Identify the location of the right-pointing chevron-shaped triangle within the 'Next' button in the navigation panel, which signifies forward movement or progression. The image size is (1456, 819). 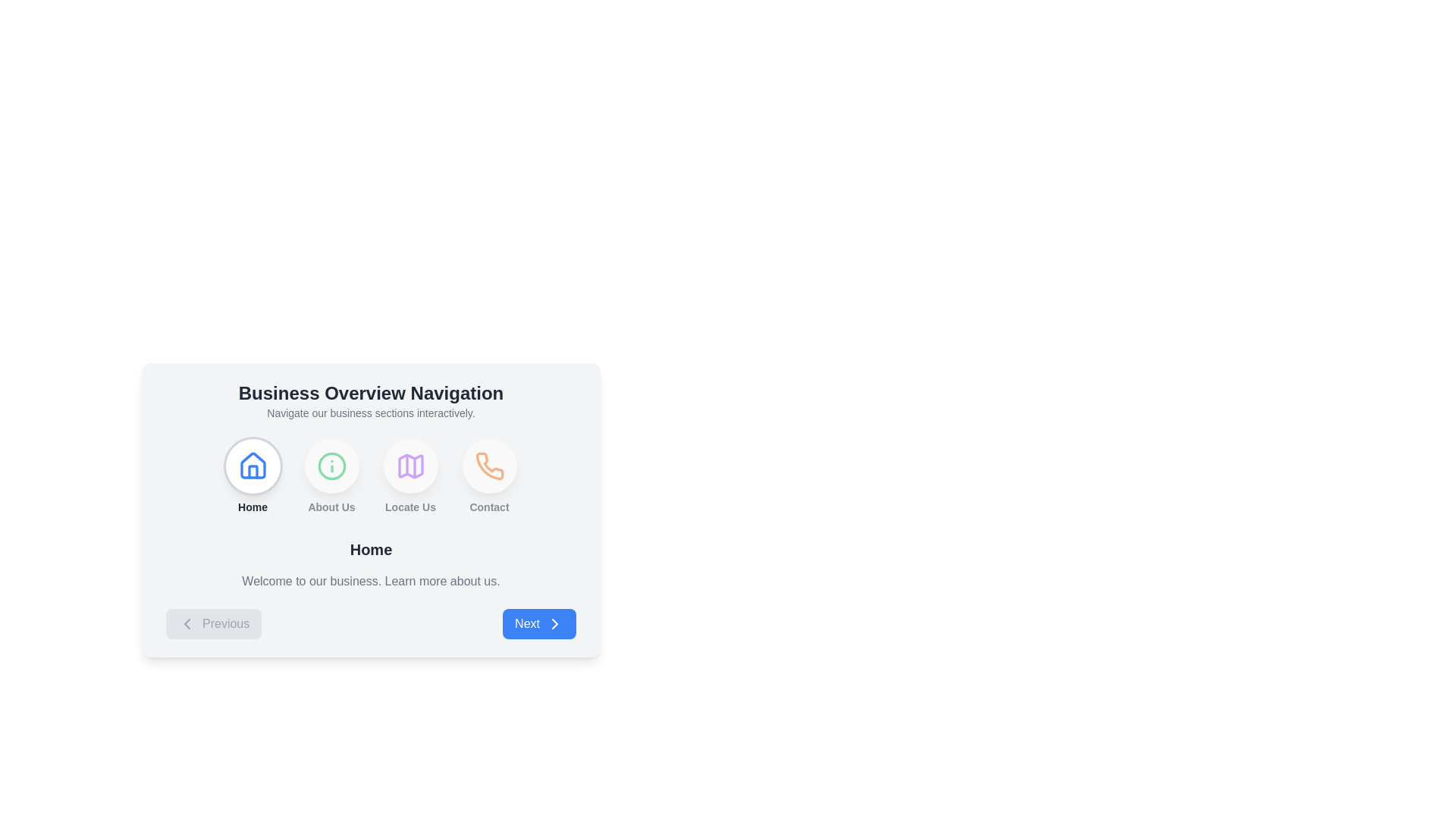
(554, 623).